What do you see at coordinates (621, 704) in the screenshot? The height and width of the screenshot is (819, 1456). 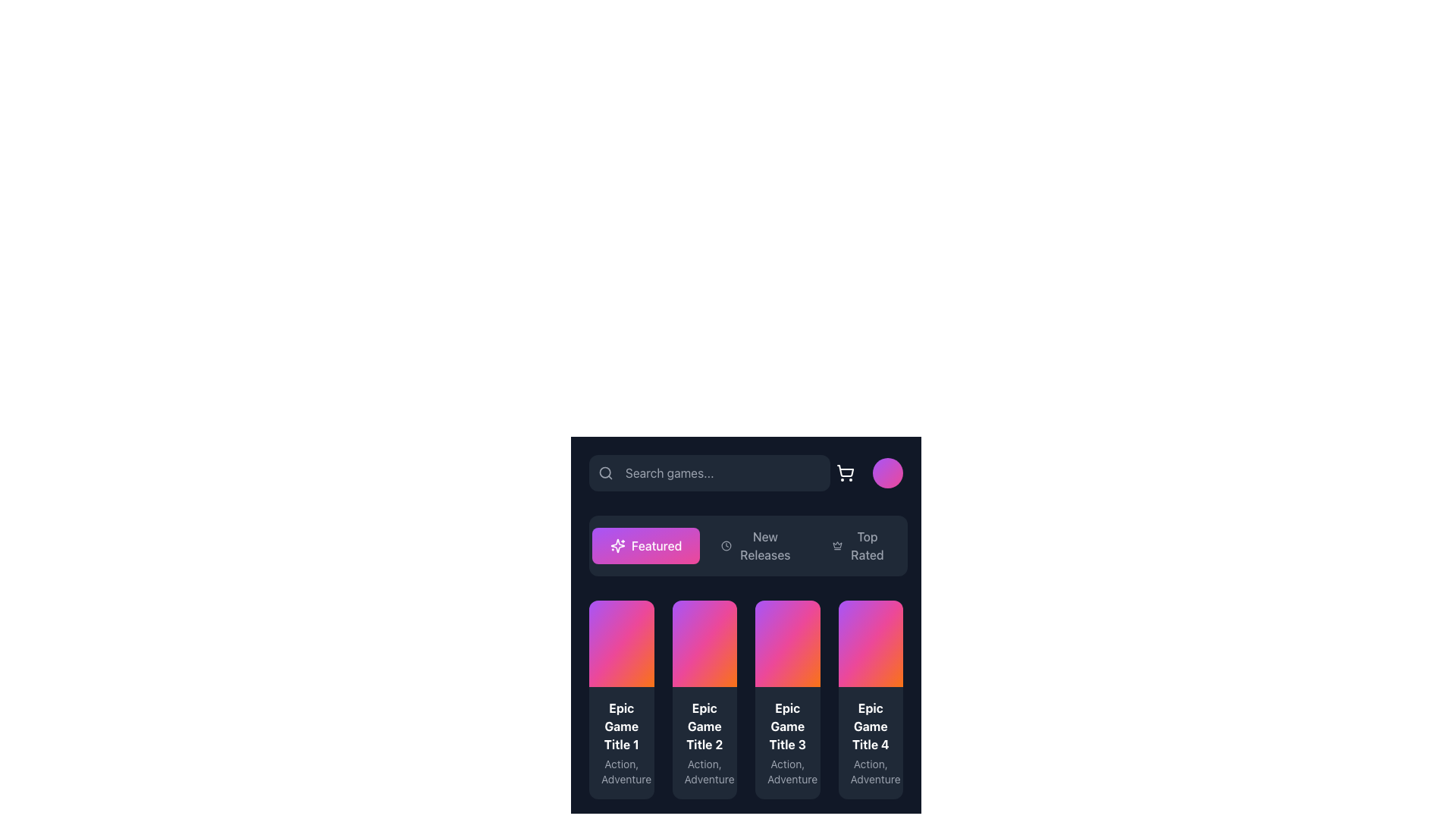 I see `the text display area of the first card in the horizontal list` at bounding box center [621, 704].